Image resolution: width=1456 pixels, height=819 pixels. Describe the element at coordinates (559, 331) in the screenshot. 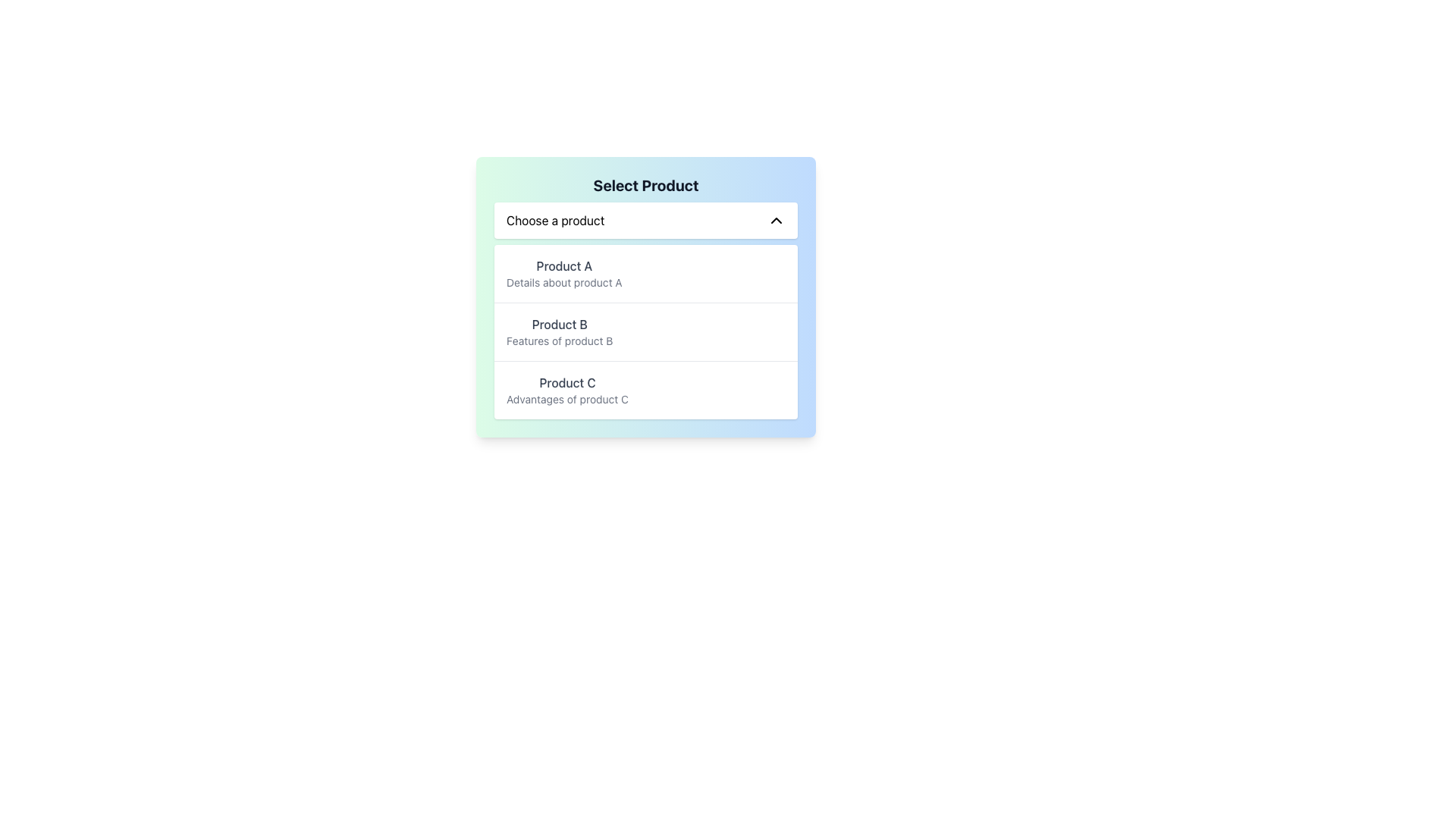

I see `the text display block labeled 'Product B' which is the second item in a vertical list of products in the dropdown selection` at that location.